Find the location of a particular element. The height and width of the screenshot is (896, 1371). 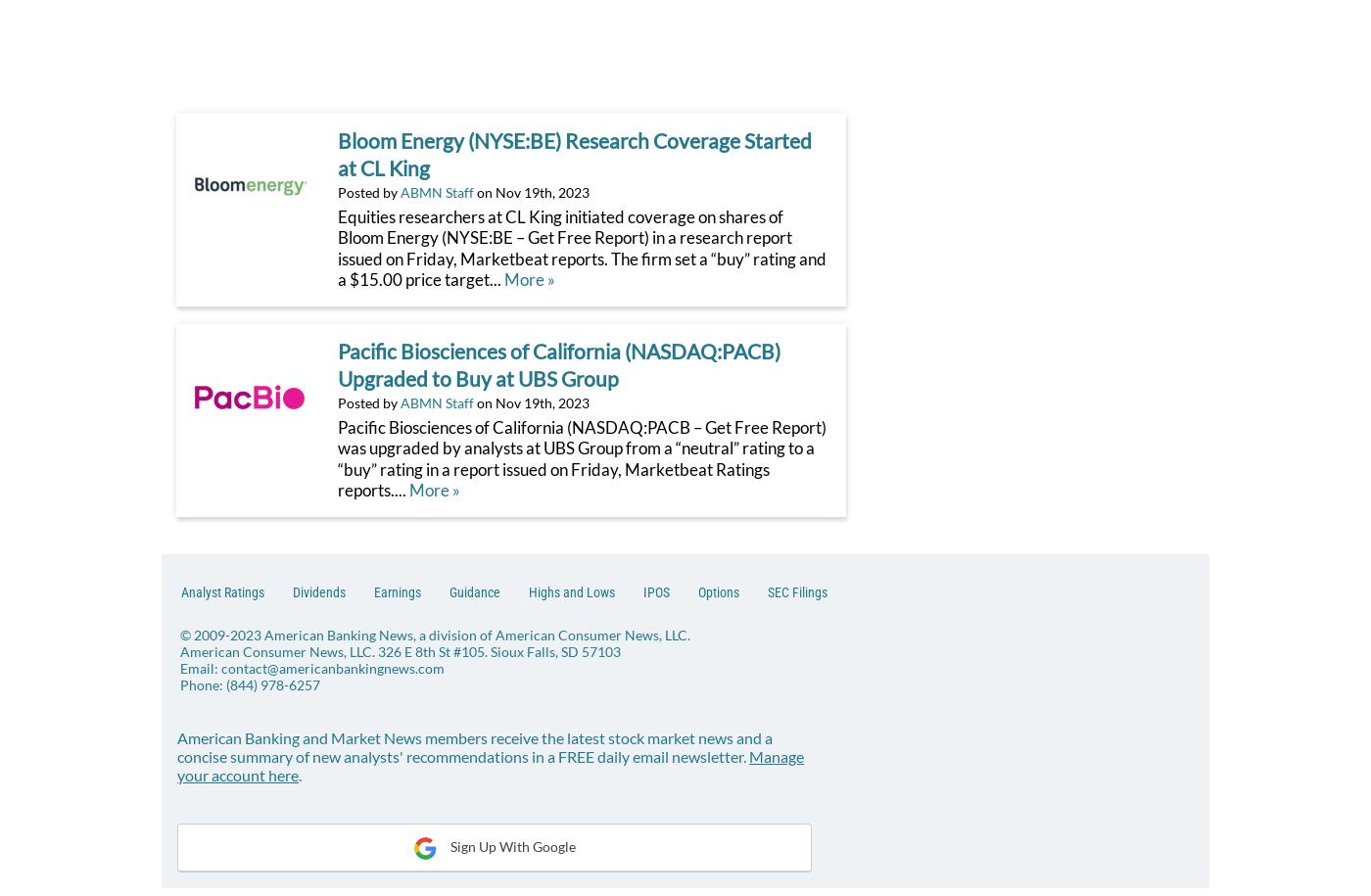

'American Banking News' is located at coordinates (264, 634).